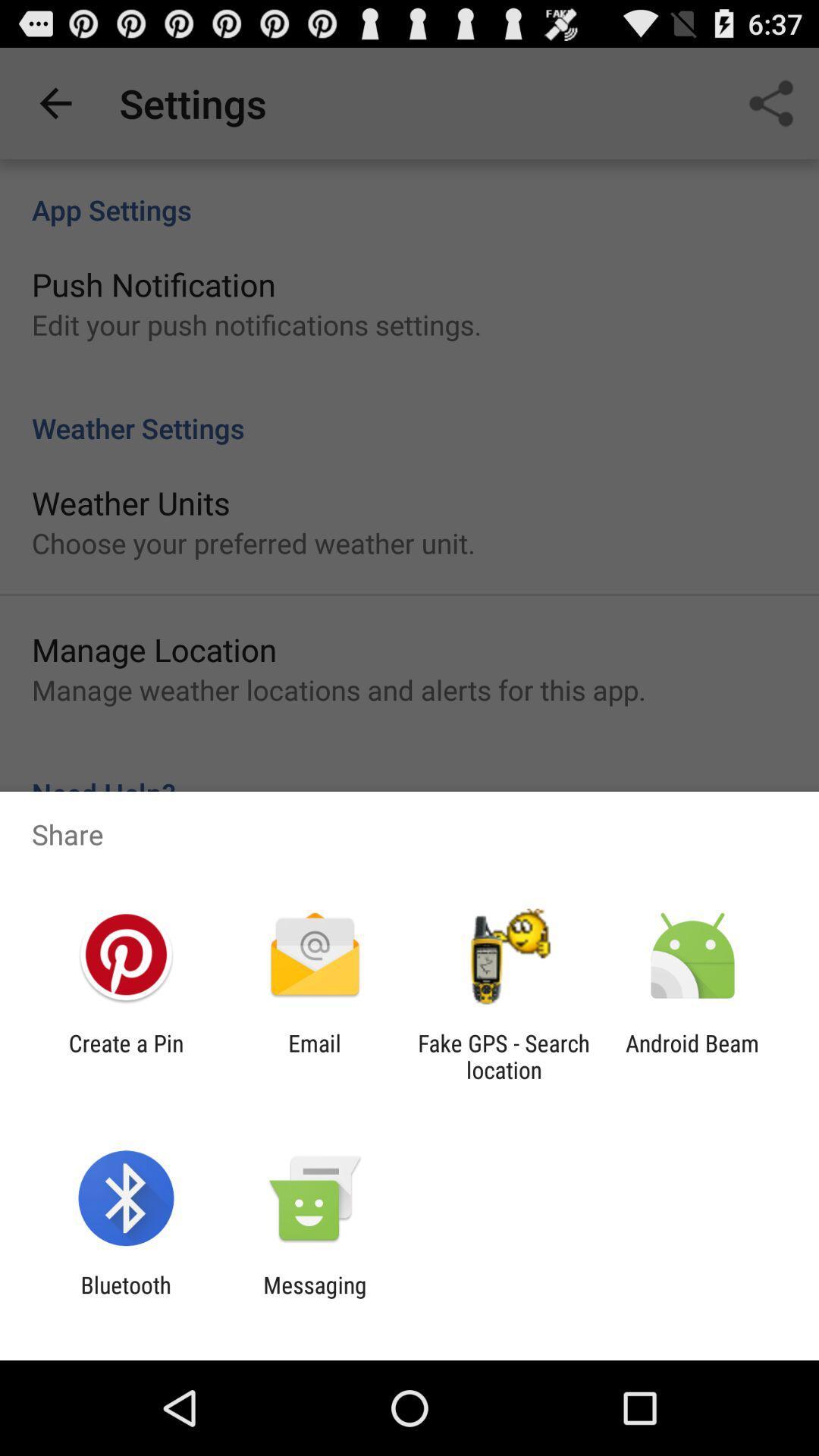 This screenshot has width=819, height=1456. I want to click on bluetooth item, so click(125, 1298).